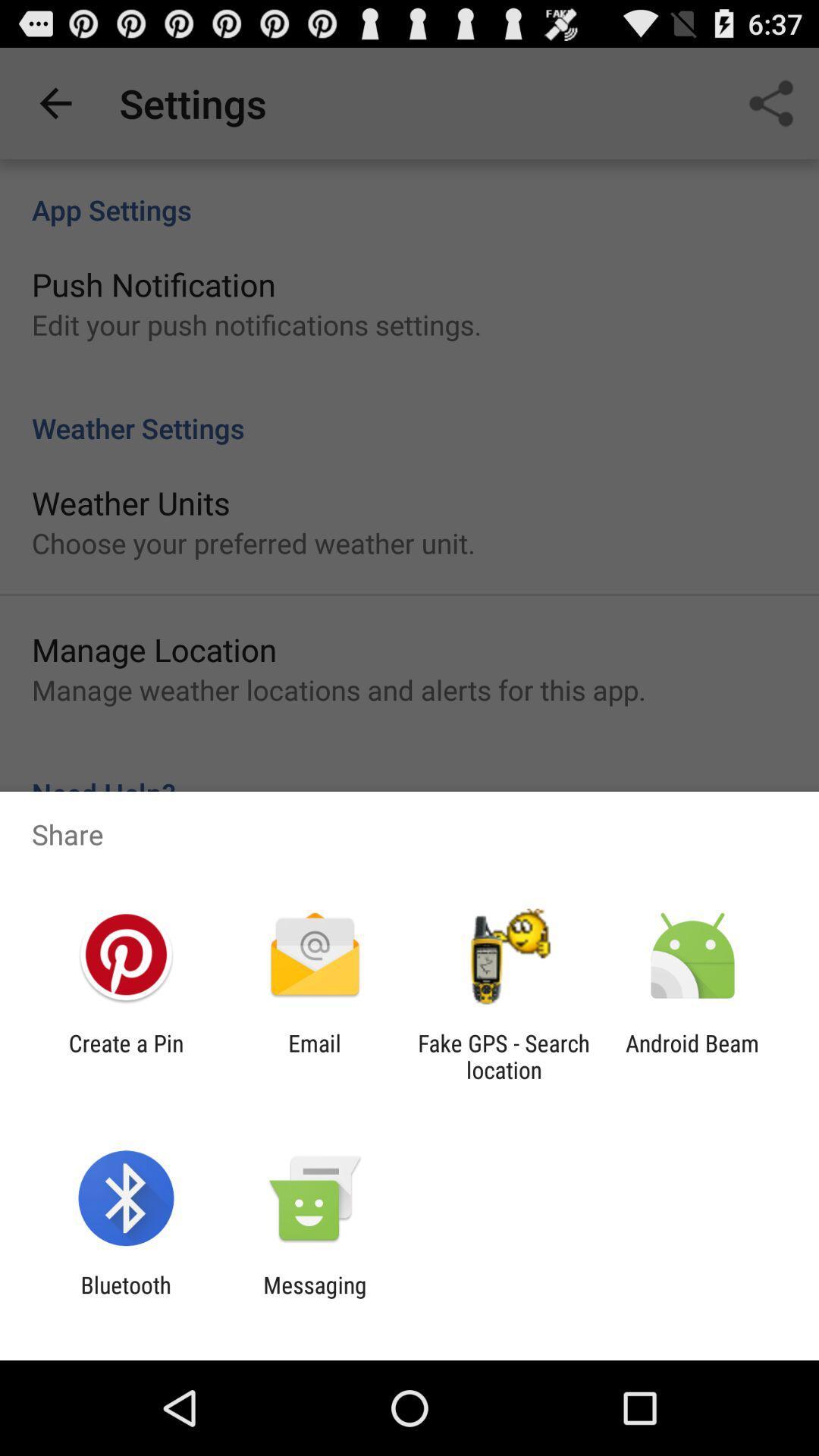 This screenshot has width=819, height=1456. I want to click on bluetooth item, so click(125, 1298).